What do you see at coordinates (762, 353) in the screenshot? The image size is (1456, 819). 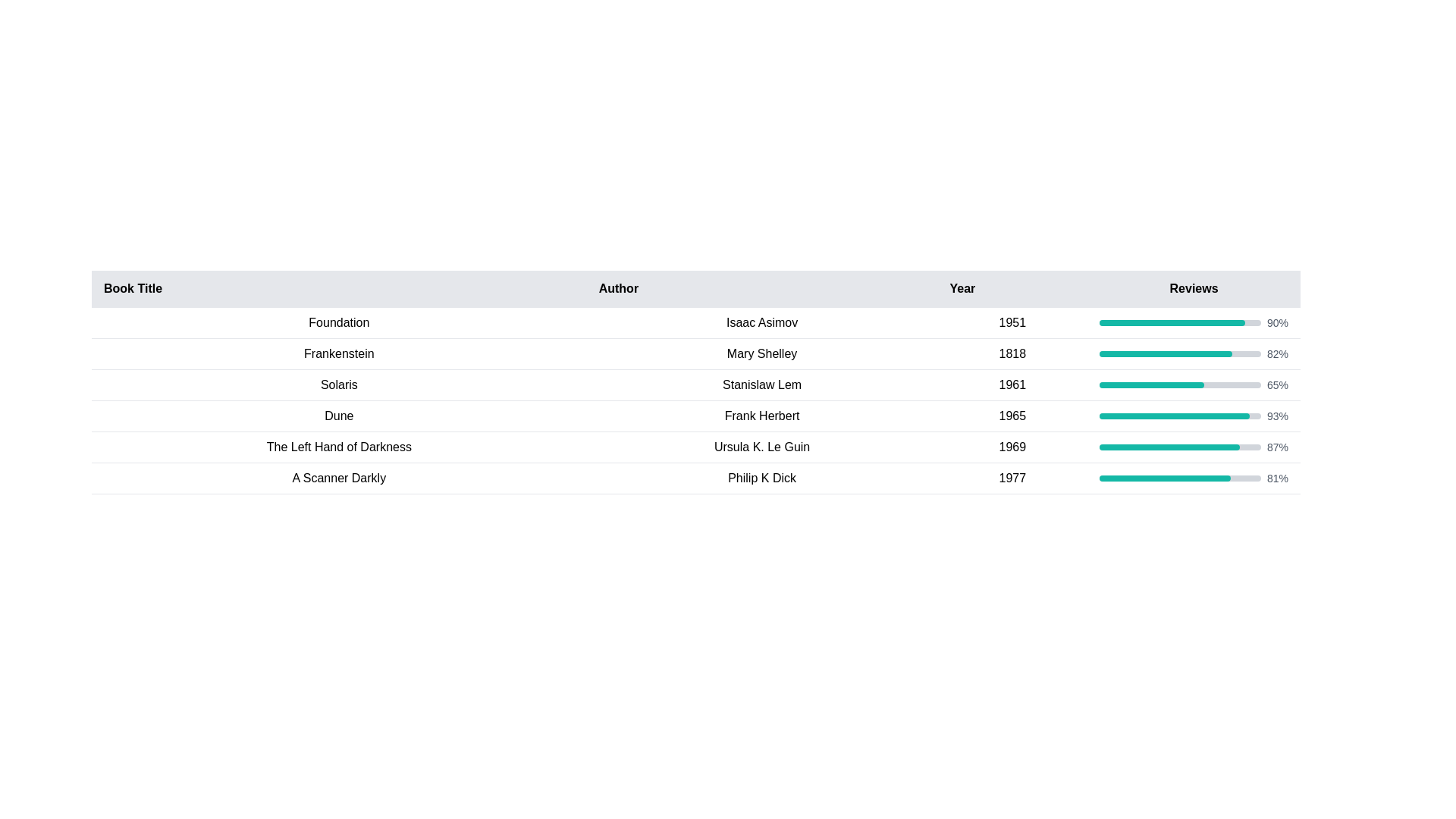 I see `the text label displaying 'Mary Shelley' in the 'Author' column of the table related to the book 'Frankenstein'` at bounding box center [762, 353].